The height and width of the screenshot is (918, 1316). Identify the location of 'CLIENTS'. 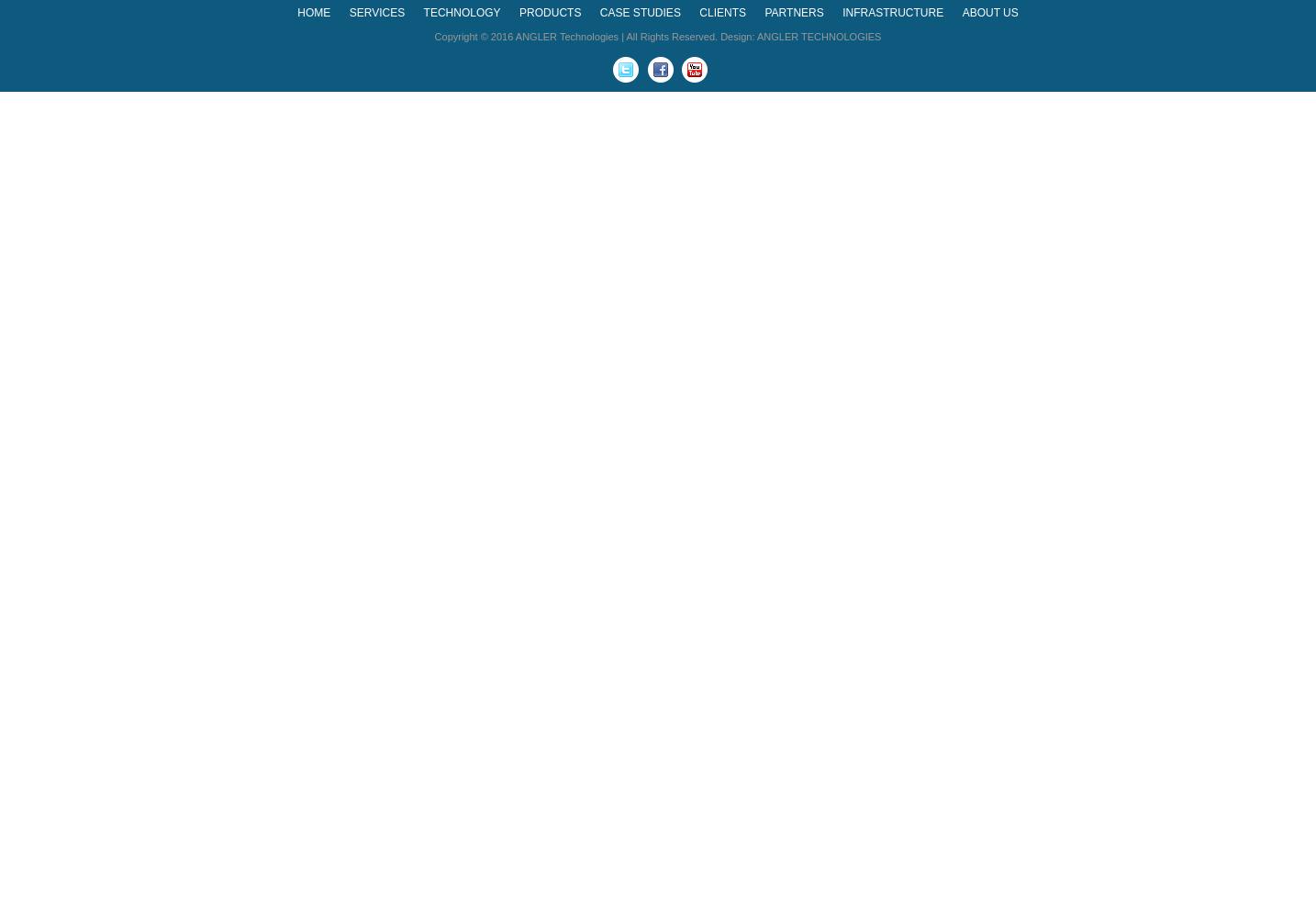
(721, 13).